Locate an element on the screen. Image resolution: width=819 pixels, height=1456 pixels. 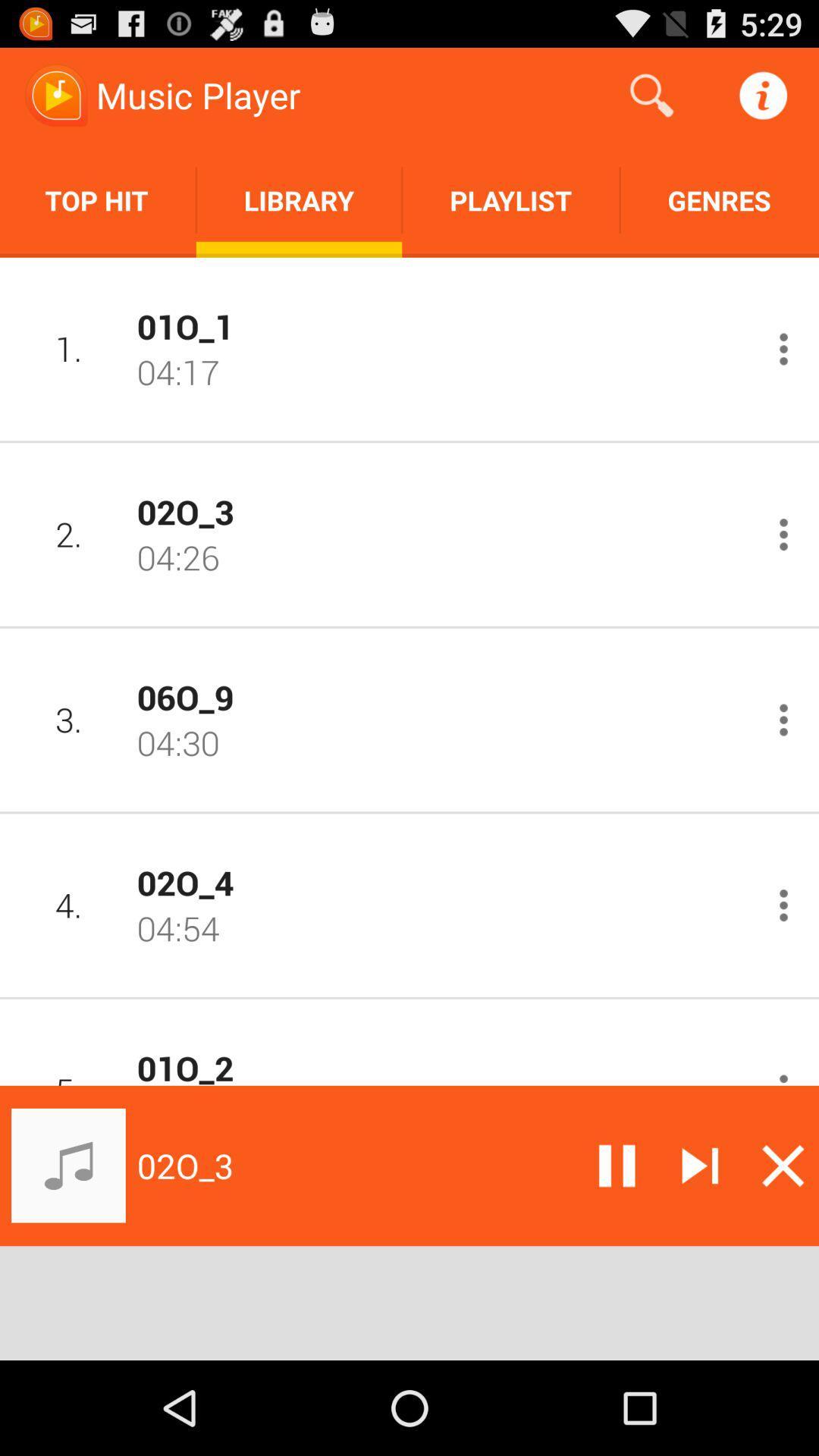
more information is located at coordinates (783, 535).